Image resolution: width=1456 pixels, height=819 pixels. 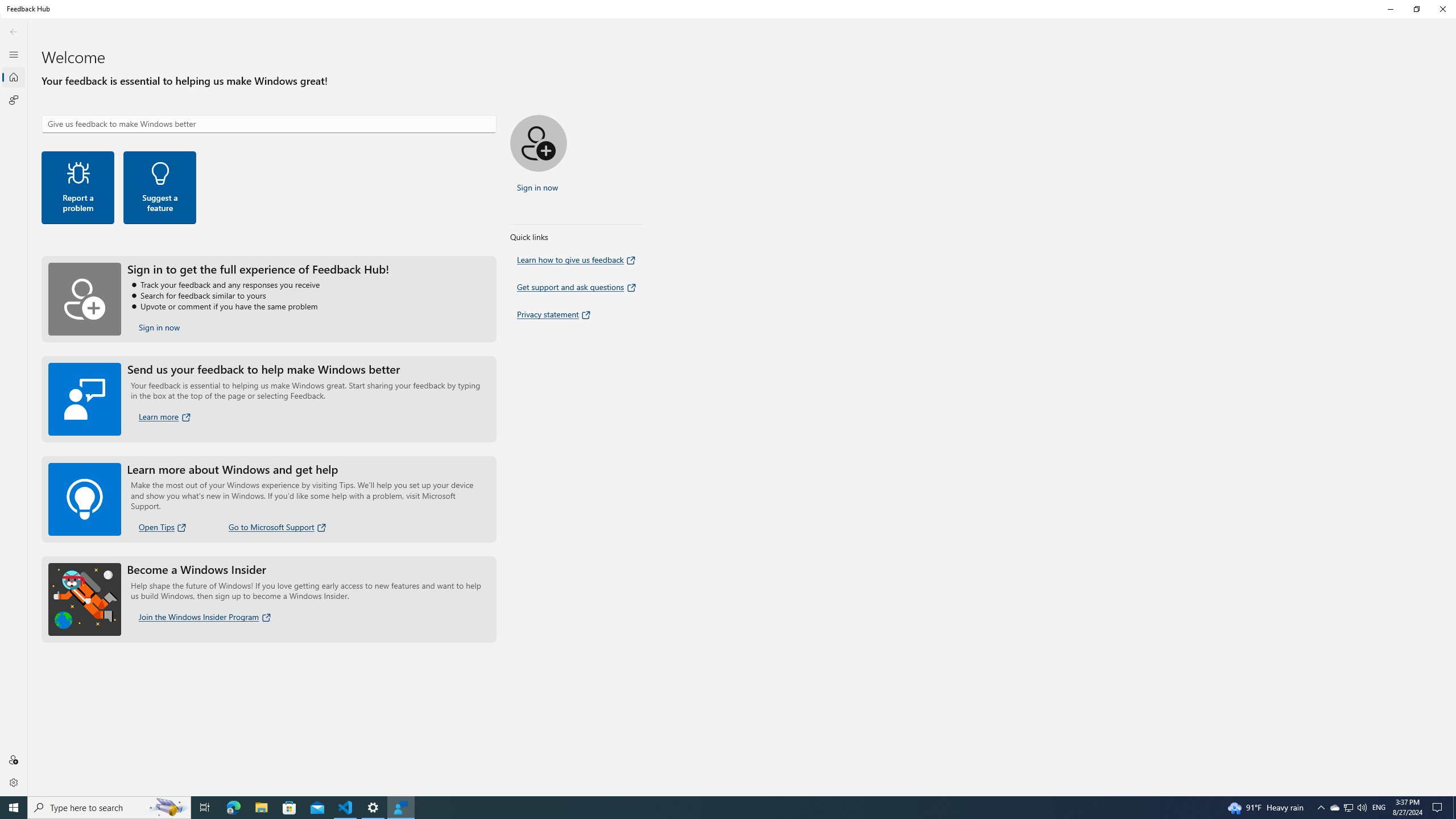 What do you see at coordinates (14, 77) in the screenshot?
I see `'Home'` at bounding box center [14, 77].